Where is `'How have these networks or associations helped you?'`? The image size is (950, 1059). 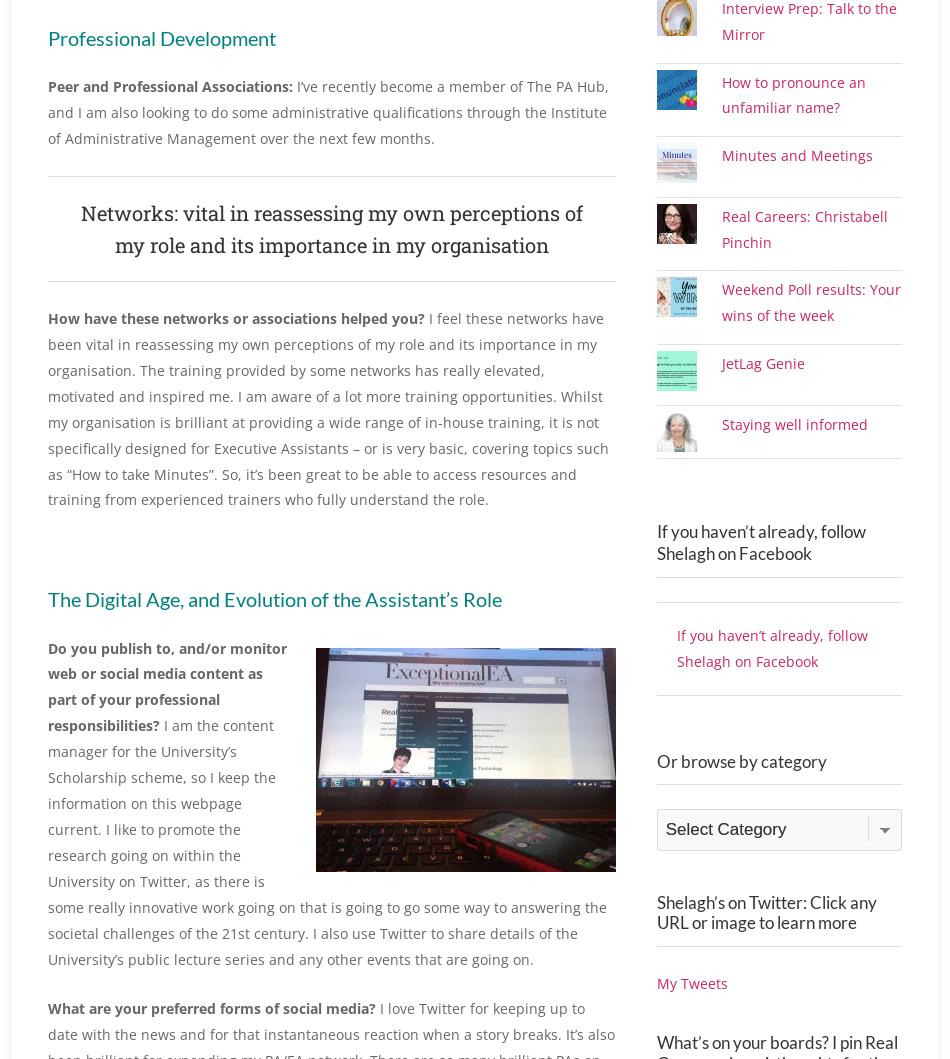 'How have these networks or associations helped you?' is located at coordinates (236, 318).